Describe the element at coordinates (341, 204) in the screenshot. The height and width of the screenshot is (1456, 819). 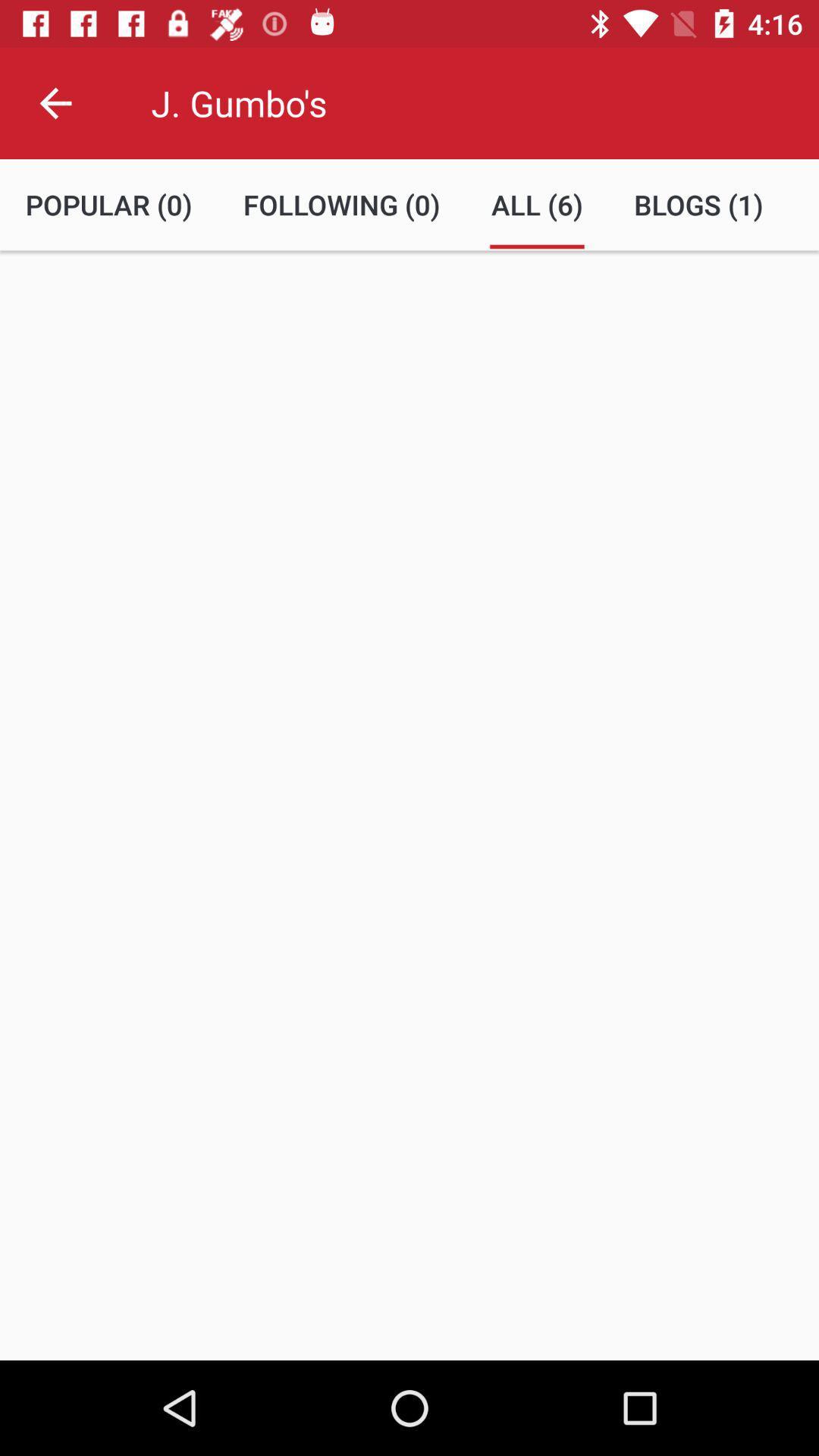
I see `item below the j. gumbo's item` at that location.